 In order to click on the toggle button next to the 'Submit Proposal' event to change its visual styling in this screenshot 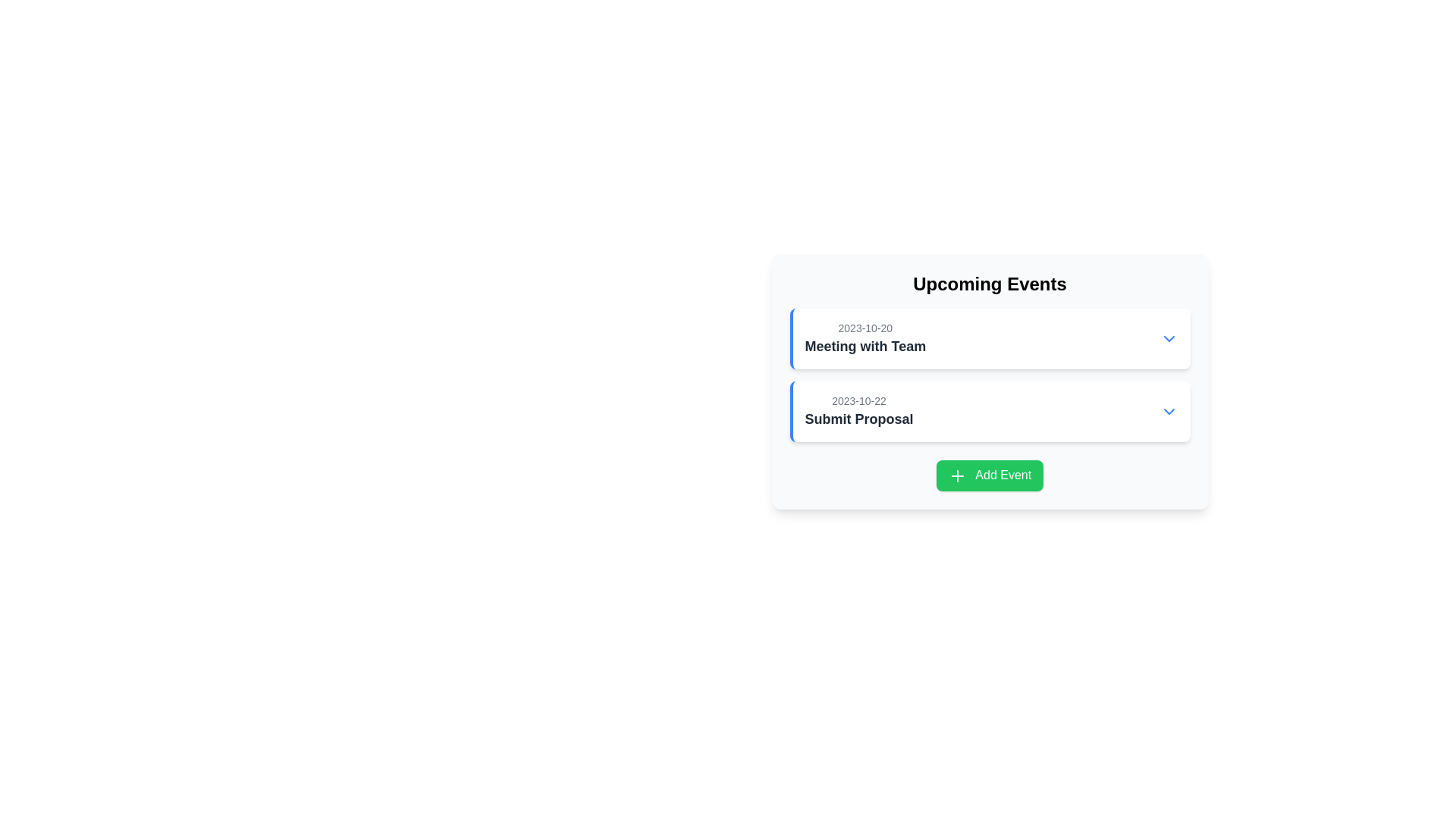, I will do `click(1168, 412)`.